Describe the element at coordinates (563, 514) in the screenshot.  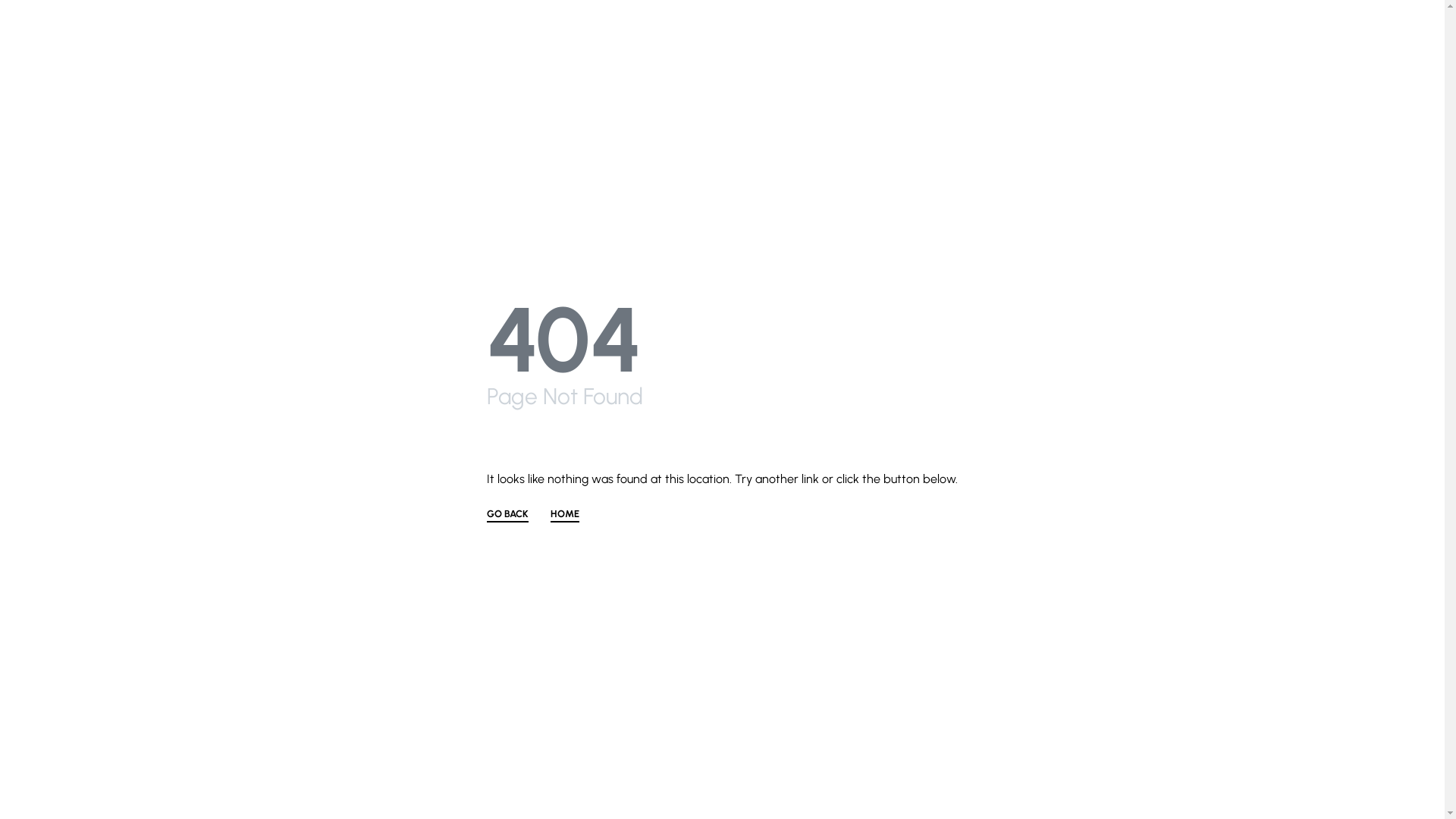
I see `'HOME'` at that location.